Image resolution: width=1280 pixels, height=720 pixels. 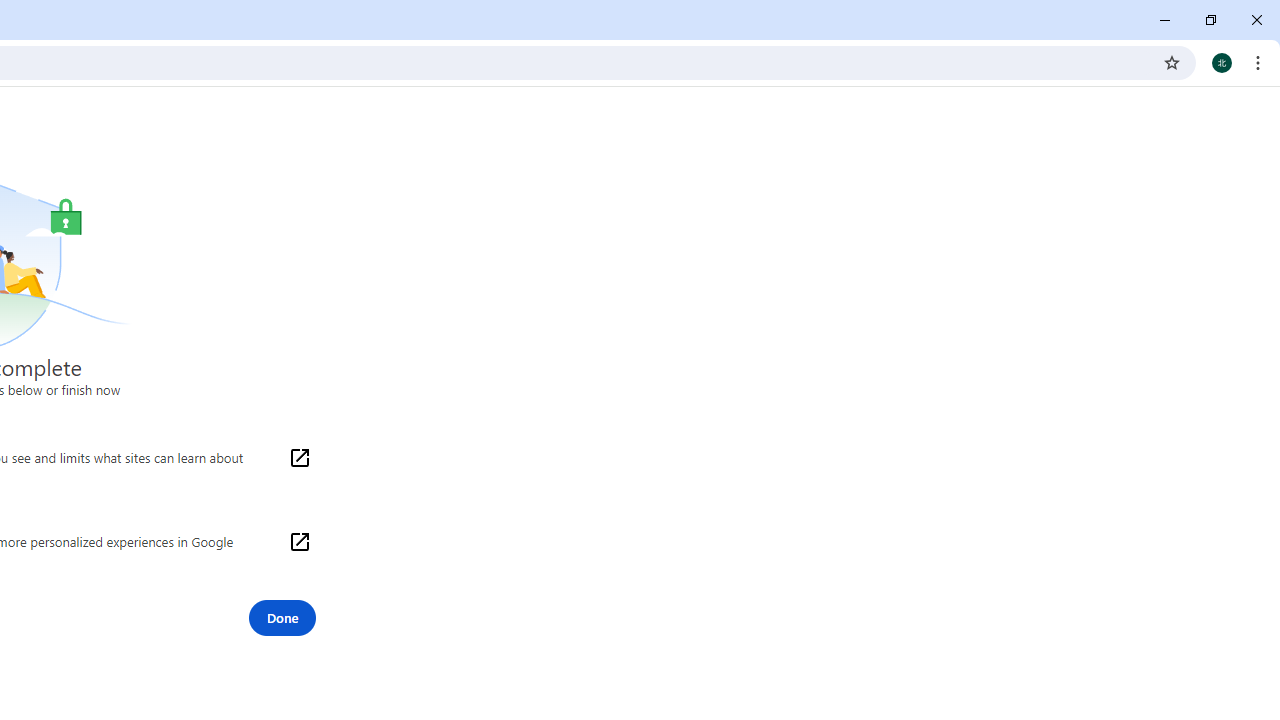 I want to click on 'Done', so click(x=281, y=617).